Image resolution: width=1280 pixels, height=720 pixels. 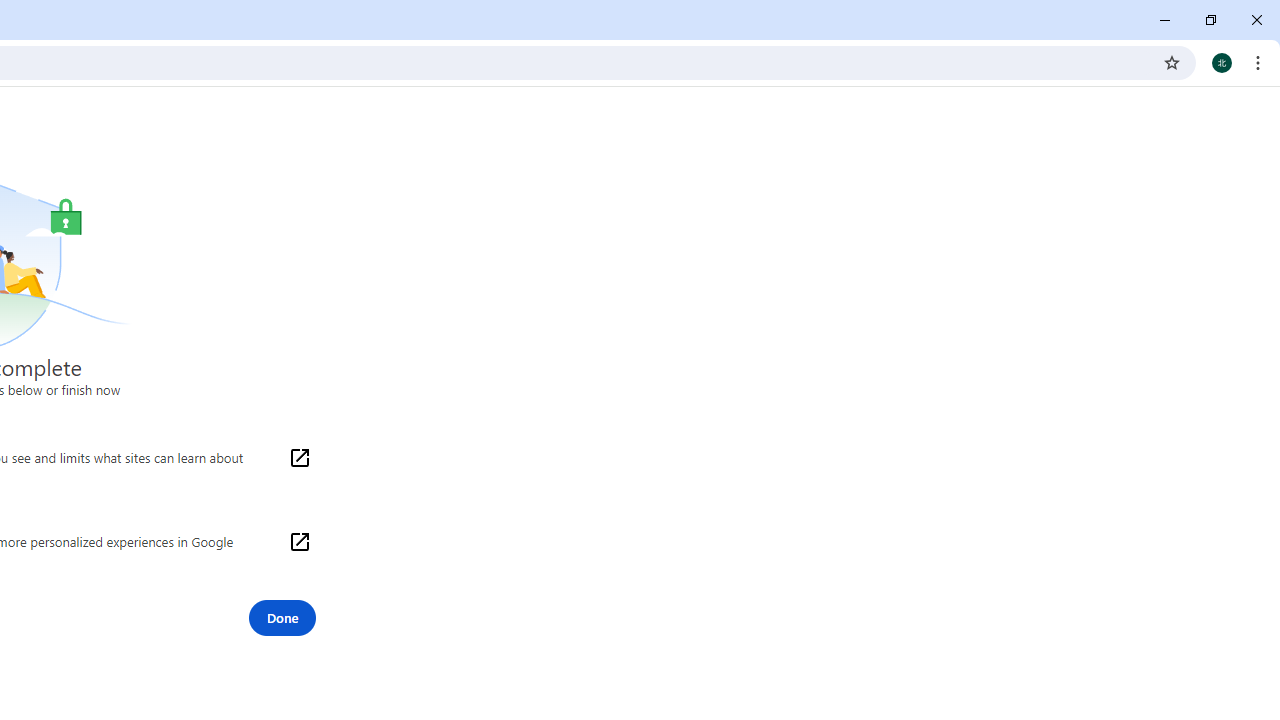 I want to click on 'Done', so click(x=281, y=617).